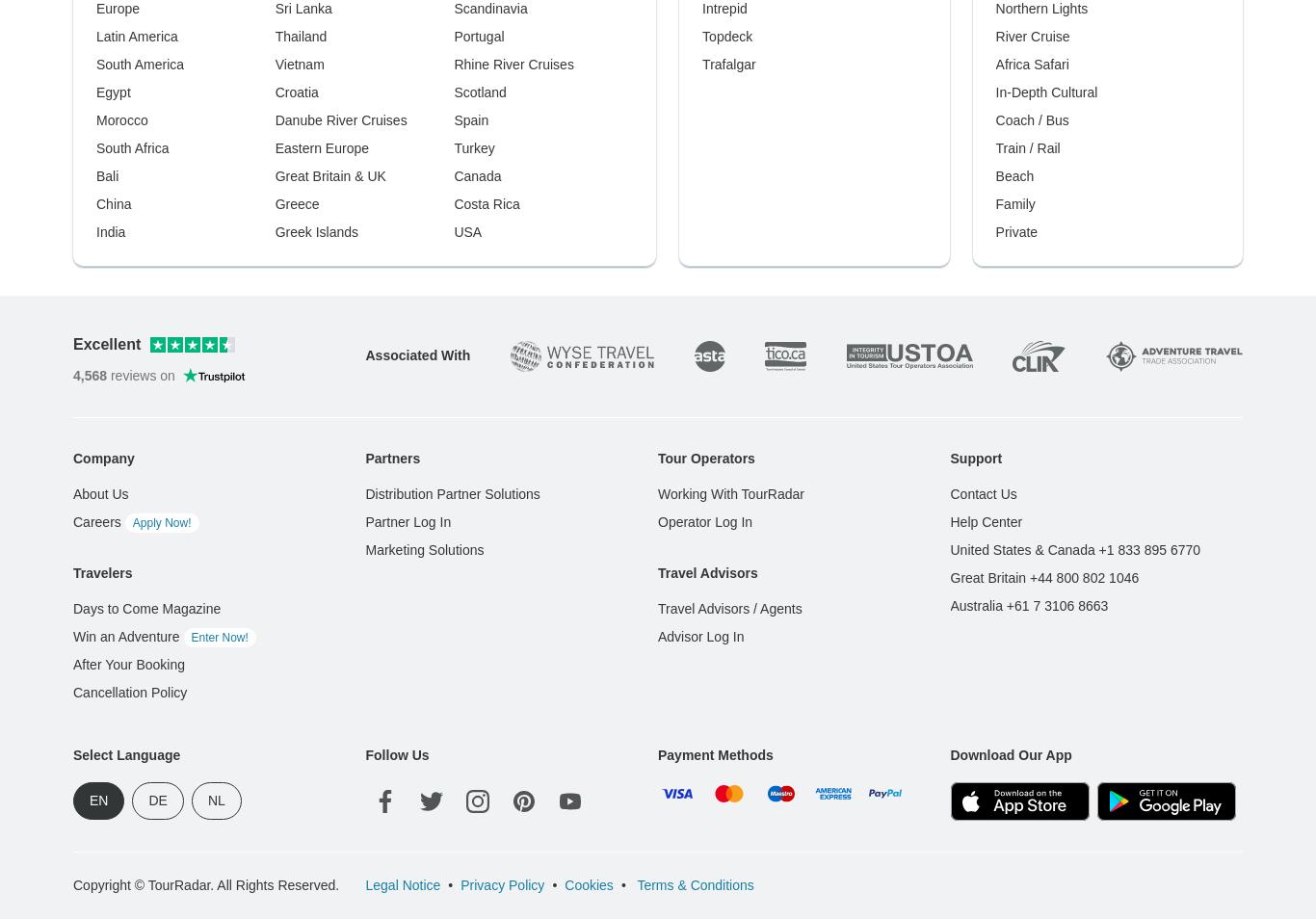 The width and height of the screenshot is (1316, 919). Describe the element at coordinates (658, 606) in the screenshot. I see `'Travel Advisors / Agents'` at that location.